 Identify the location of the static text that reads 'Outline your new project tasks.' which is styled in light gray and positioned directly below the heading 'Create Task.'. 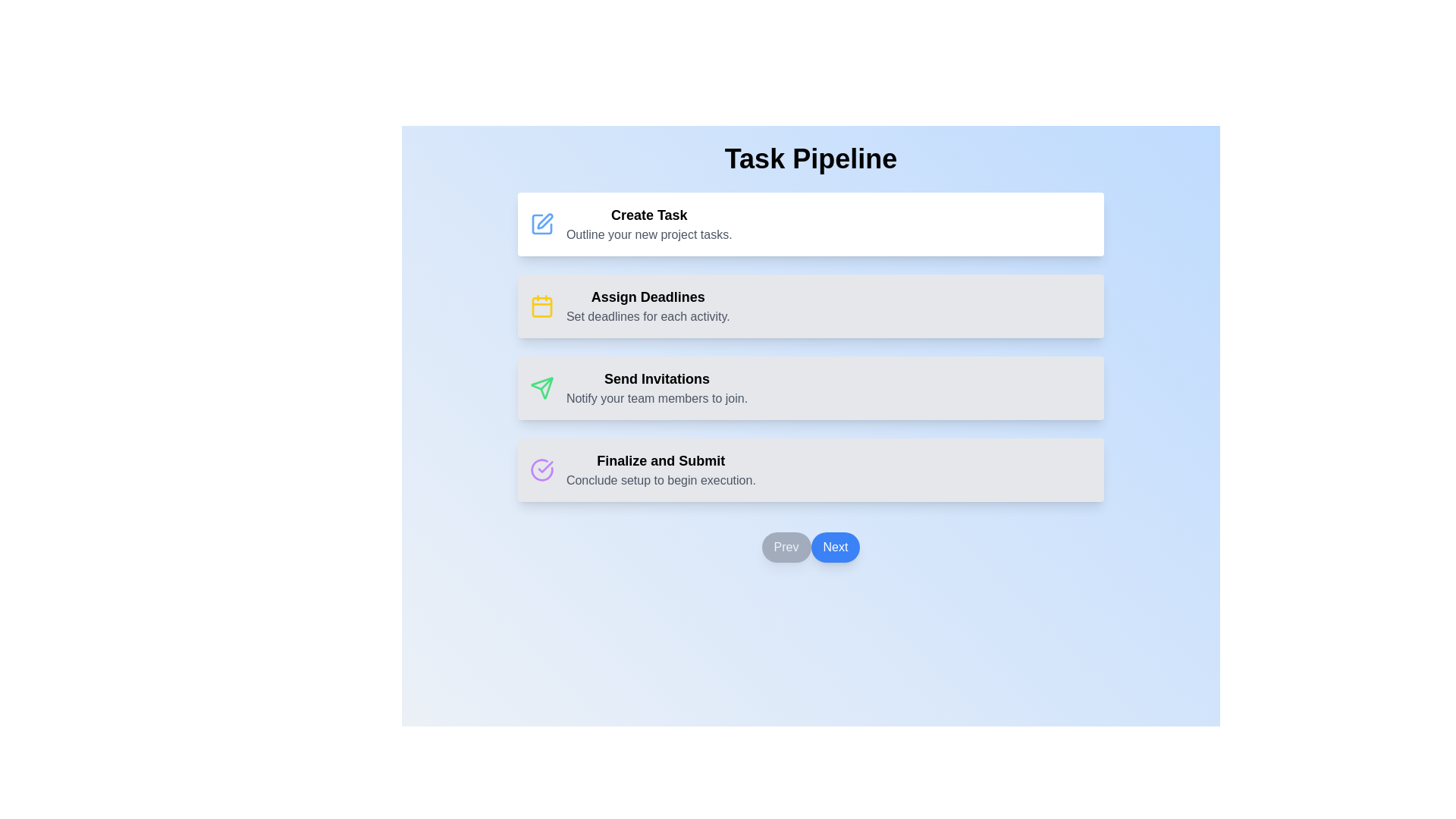
(649, 234).